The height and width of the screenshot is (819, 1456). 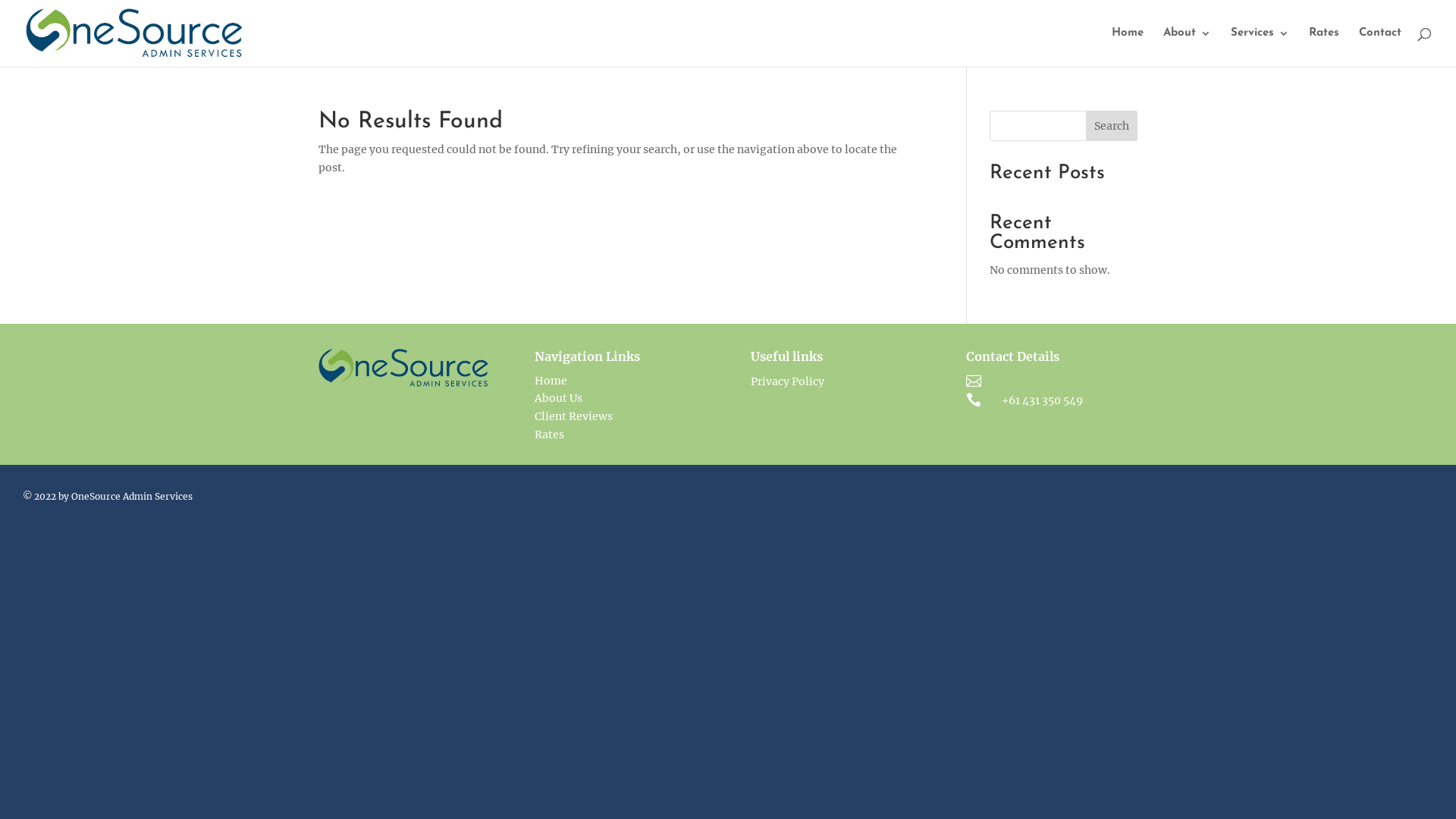 What do you see at coordinates (318, 368) in the screenshot?
I see `'OneSource_Colour_Medium'` at bounding box center [318, 368].